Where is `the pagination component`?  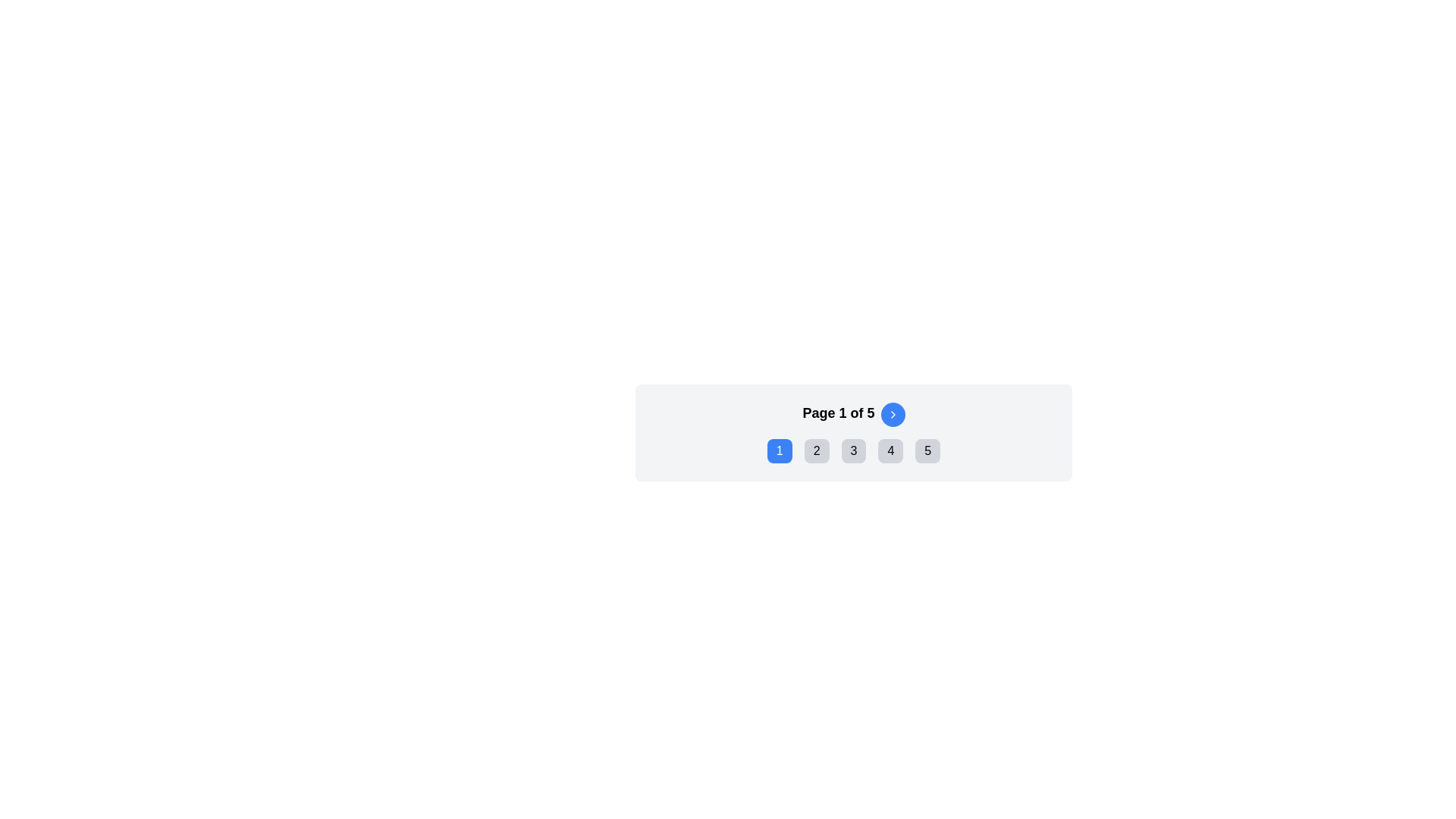 the pagination component is located at coordinates (854, 432).